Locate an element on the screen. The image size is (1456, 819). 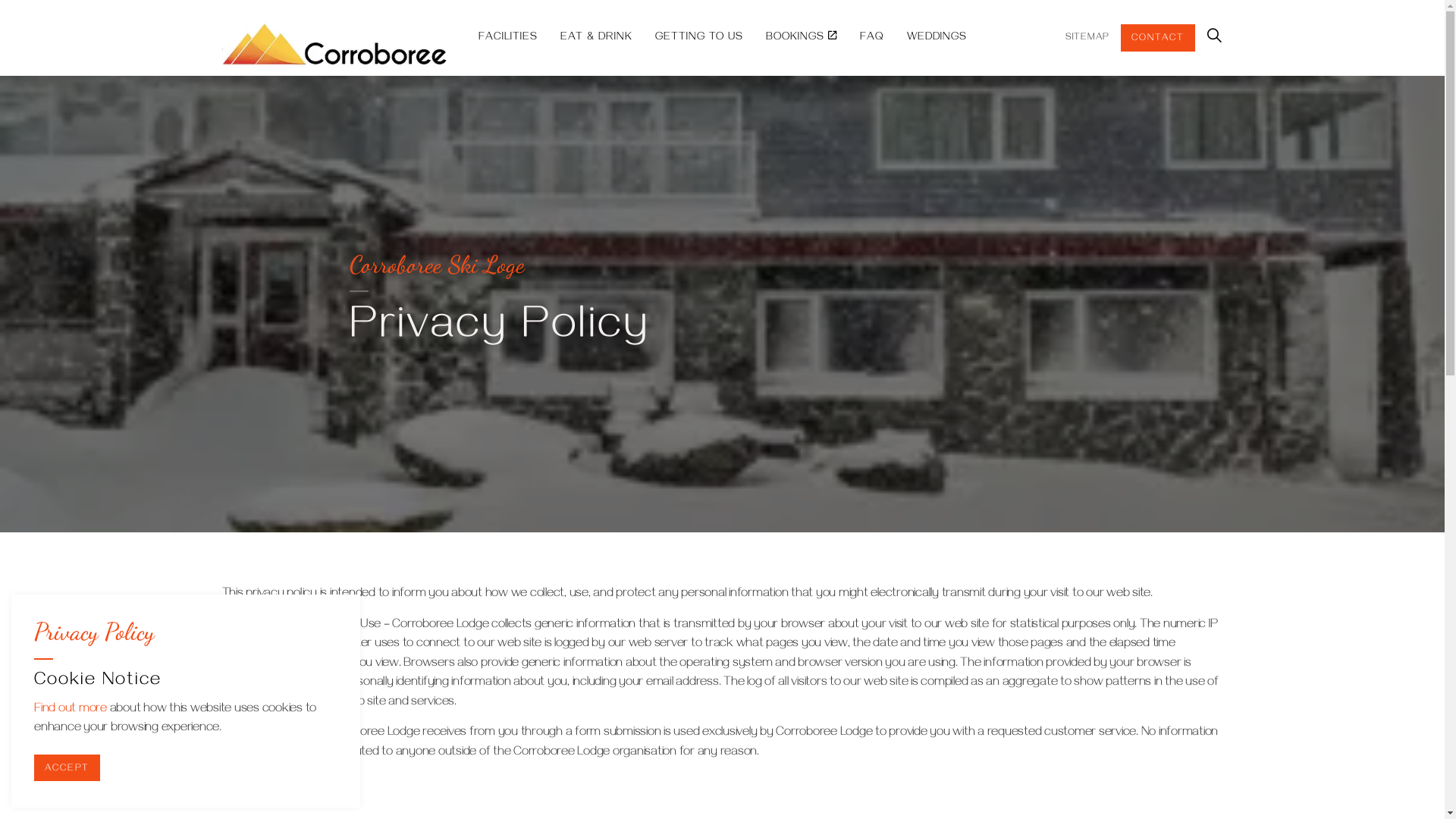
'FAQ' is located at coordinates (847, 37).